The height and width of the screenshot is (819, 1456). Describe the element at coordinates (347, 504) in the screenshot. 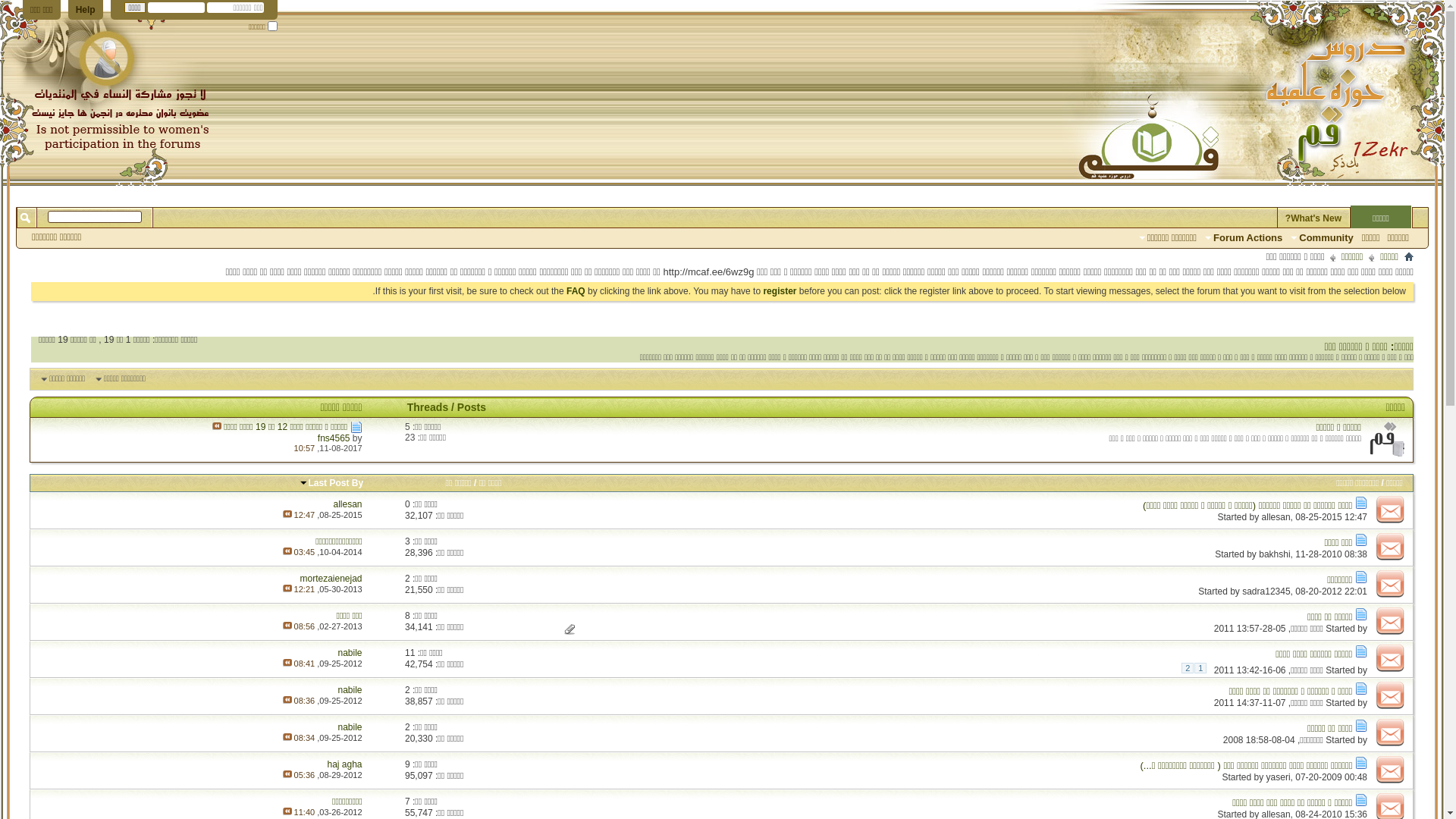

I see `'allesan'` at that location.